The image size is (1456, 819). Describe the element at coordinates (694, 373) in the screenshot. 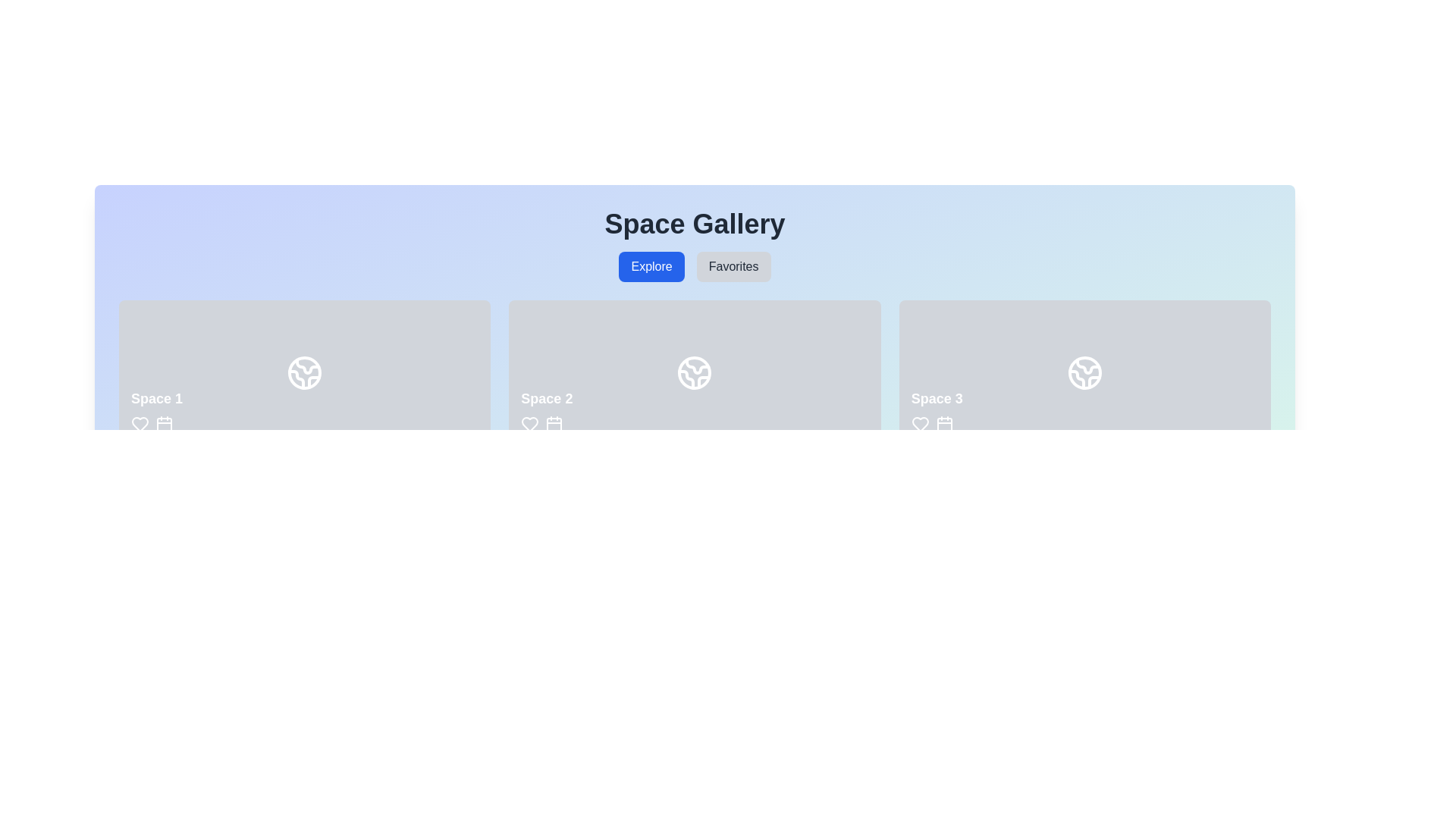

I see `the round globe icon with abstract shapes styled in white, located in the second section labeled 'Space 2' within the gallery layout` at that location.